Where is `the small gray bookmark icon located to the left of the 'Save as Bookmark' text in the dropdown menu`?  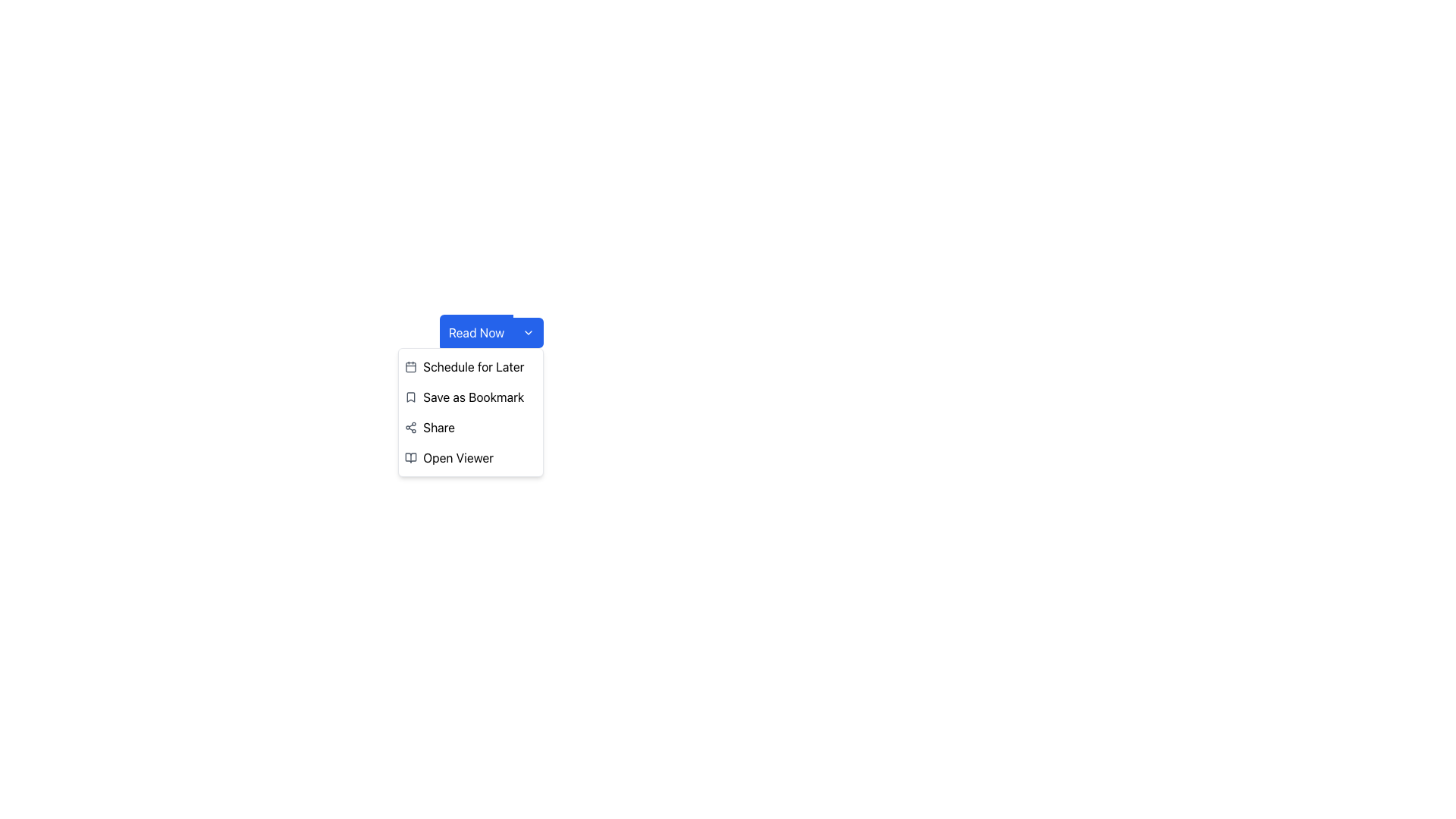
the small gray bookmark icon located to the left of the 'Save as Bookmark' text in the dropdown menu is located at coordinates (411, 397).